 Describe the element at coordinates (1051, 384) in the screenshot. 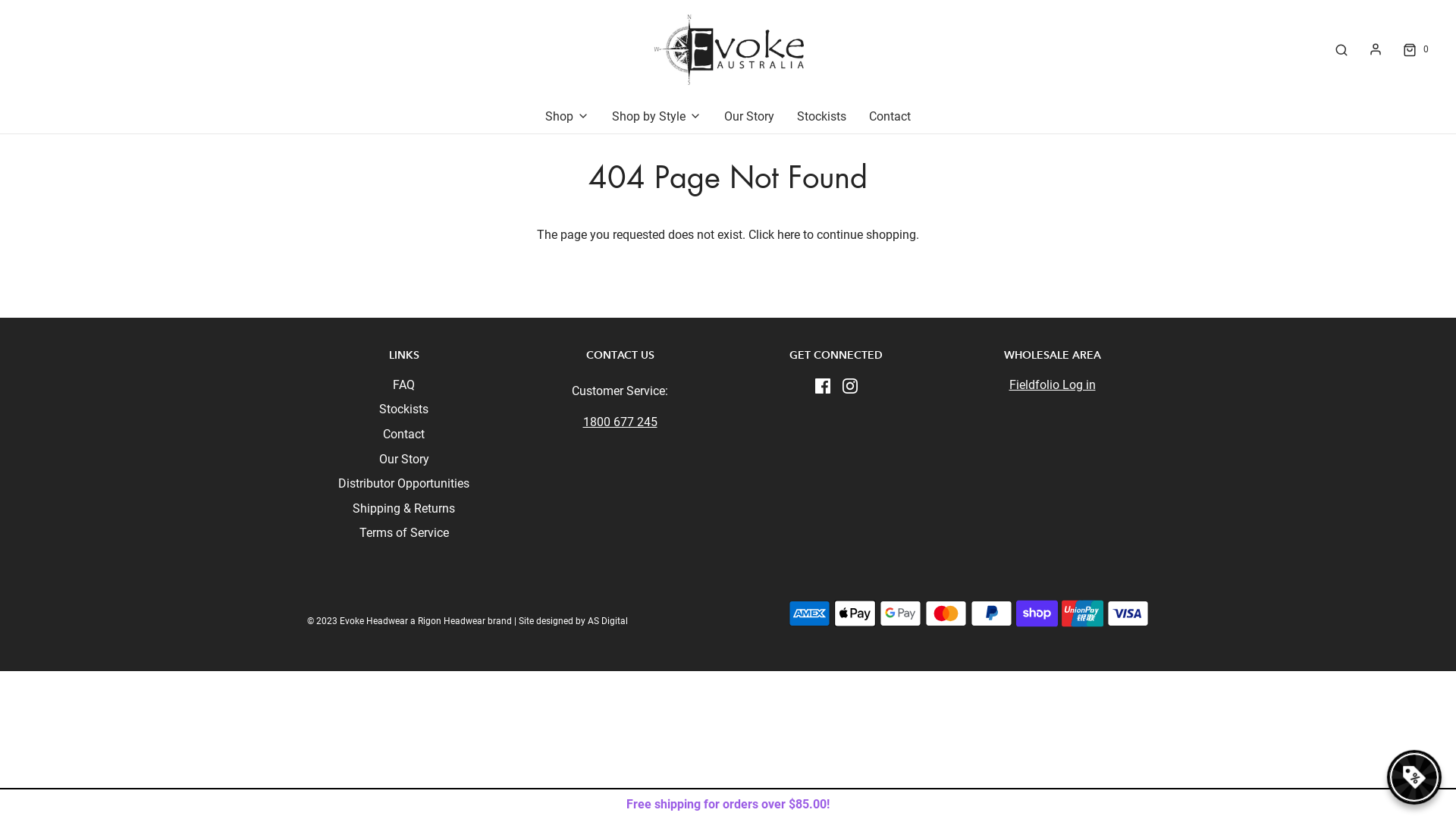

I see `'Fieldfolio Log in'` at that location.